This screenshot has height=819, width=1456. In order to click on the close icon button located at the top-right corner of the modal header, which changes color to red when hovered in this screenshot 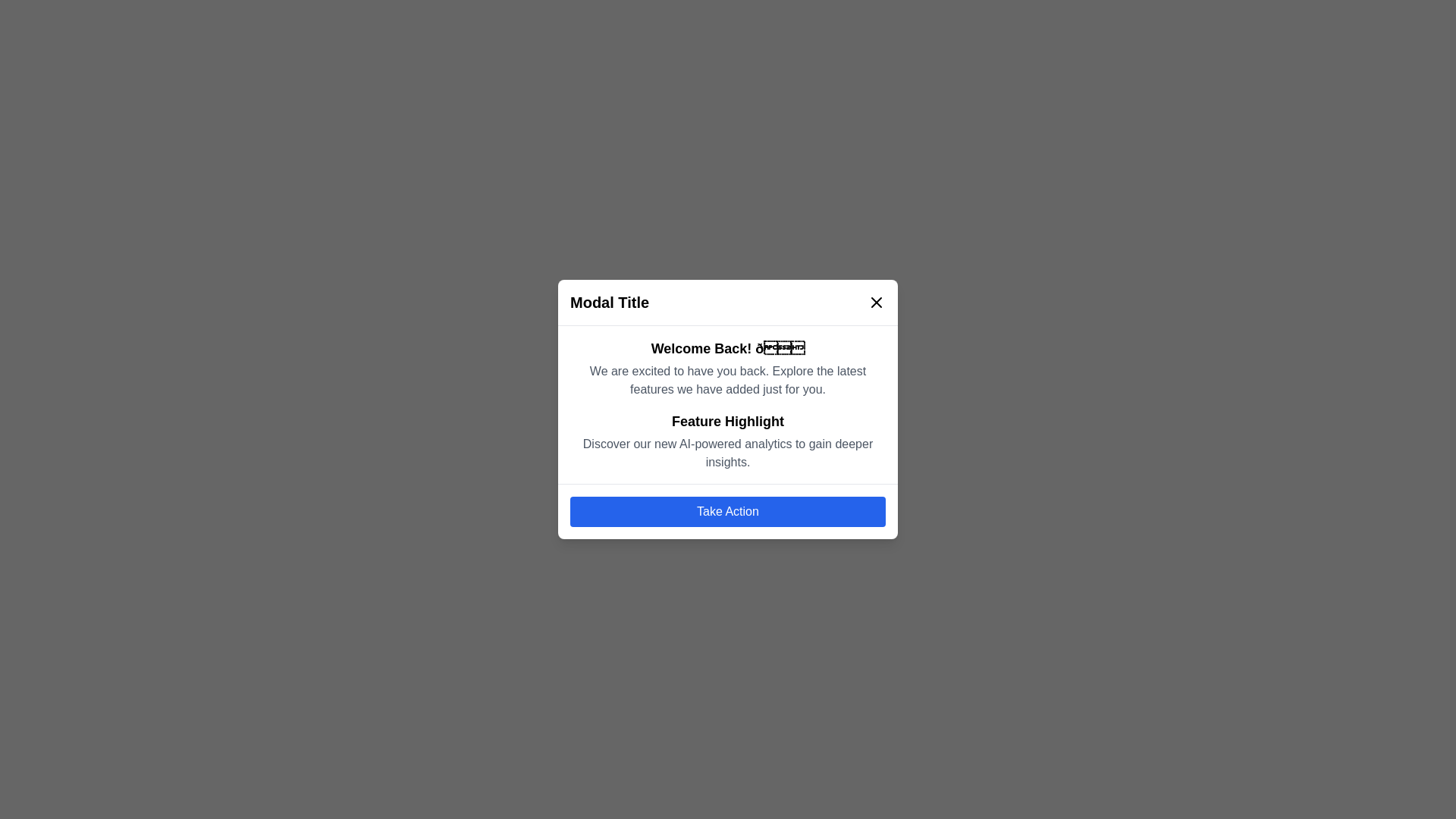, I will do `click(877, 302)`.